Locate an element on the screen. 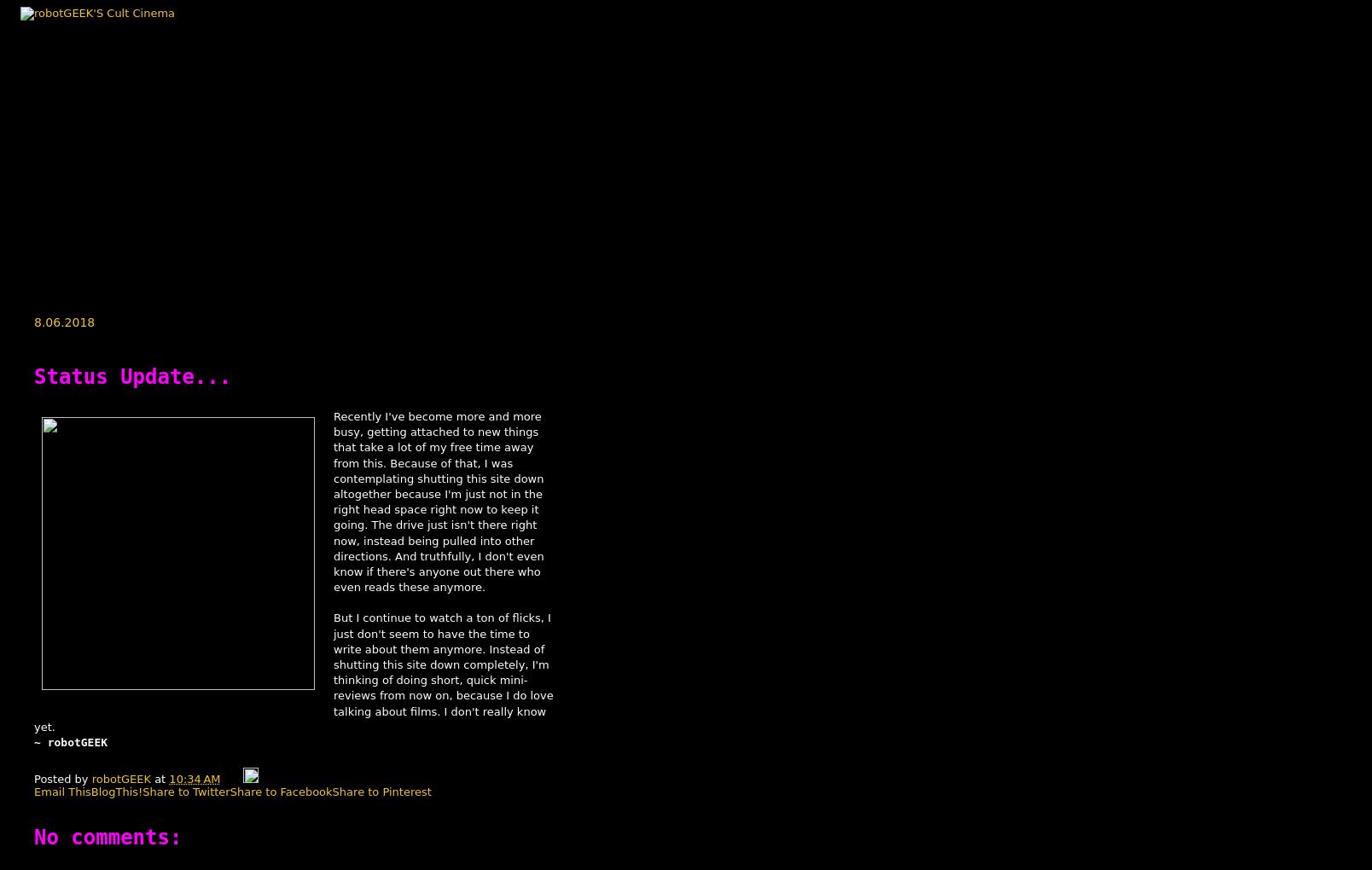 The image size is (1372, 870). 'Recently I've become more and more busy, getting attached to new things that take a lot of my free time away from this. Because of that, I was contemplating shutting this site down altogether because I'm just not in the right head space right now to keep it going. The drive just isn't there right now, instead being pulled into other directions. And truthfully, I don't even know if there's anyone out there who even reads these anymore.' is located at coordinates (439, 502).